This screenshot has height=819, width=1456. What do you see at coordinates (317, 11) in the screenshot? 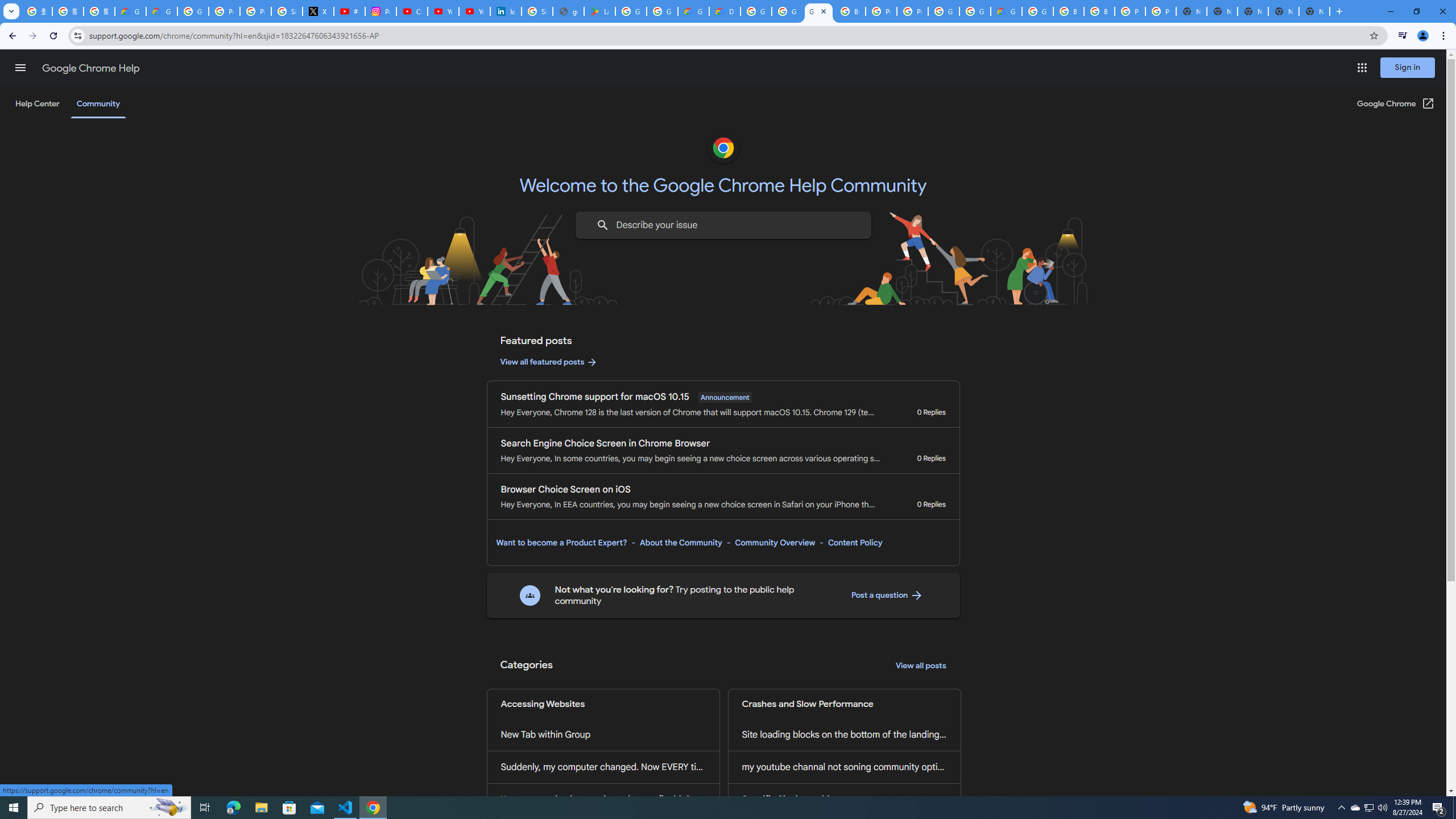
I see `'X'` at bounding box center [317, 11].